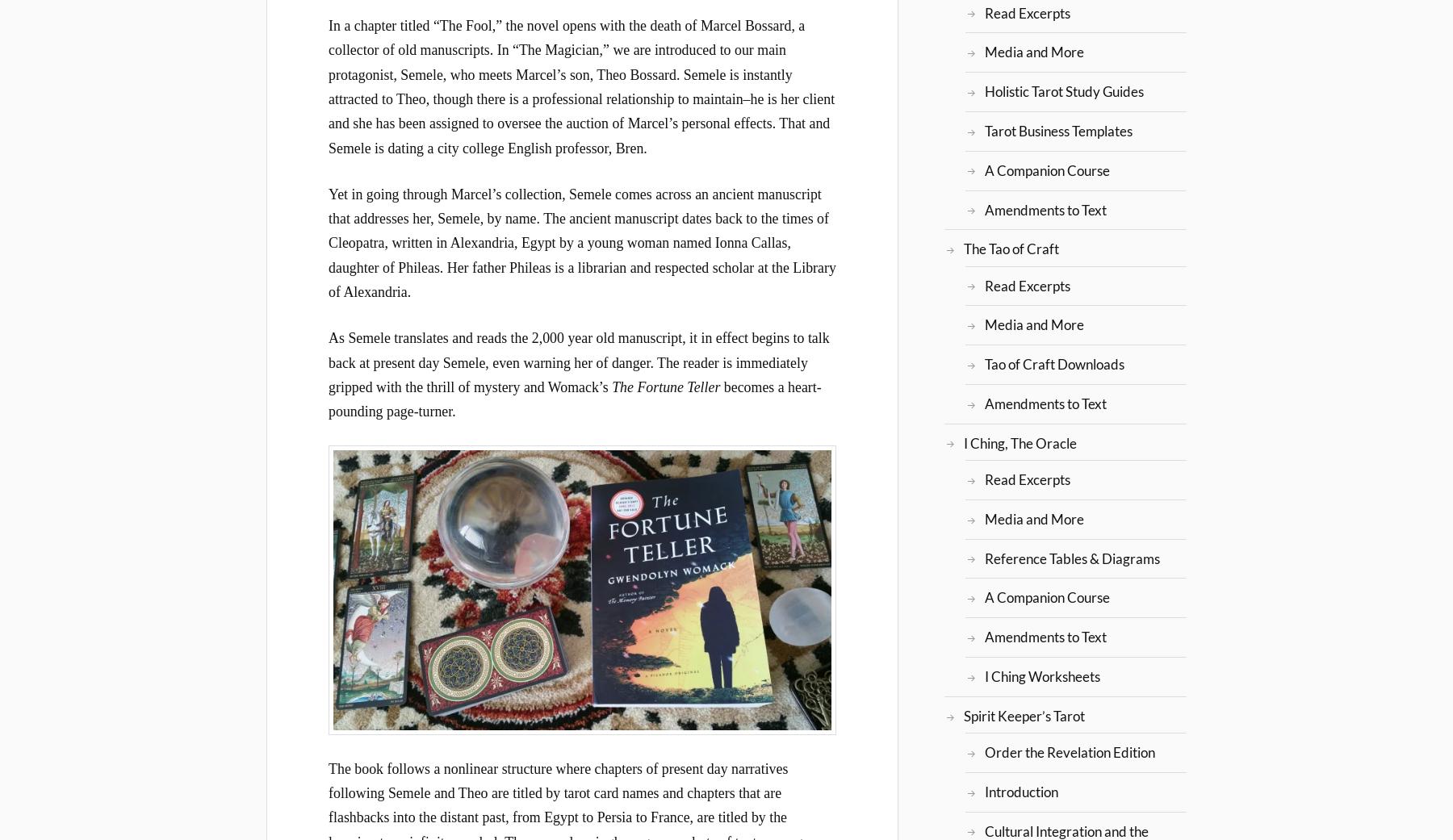  I want to click on 'Spirit Keeper’s Tarot', so click(1024, 714).